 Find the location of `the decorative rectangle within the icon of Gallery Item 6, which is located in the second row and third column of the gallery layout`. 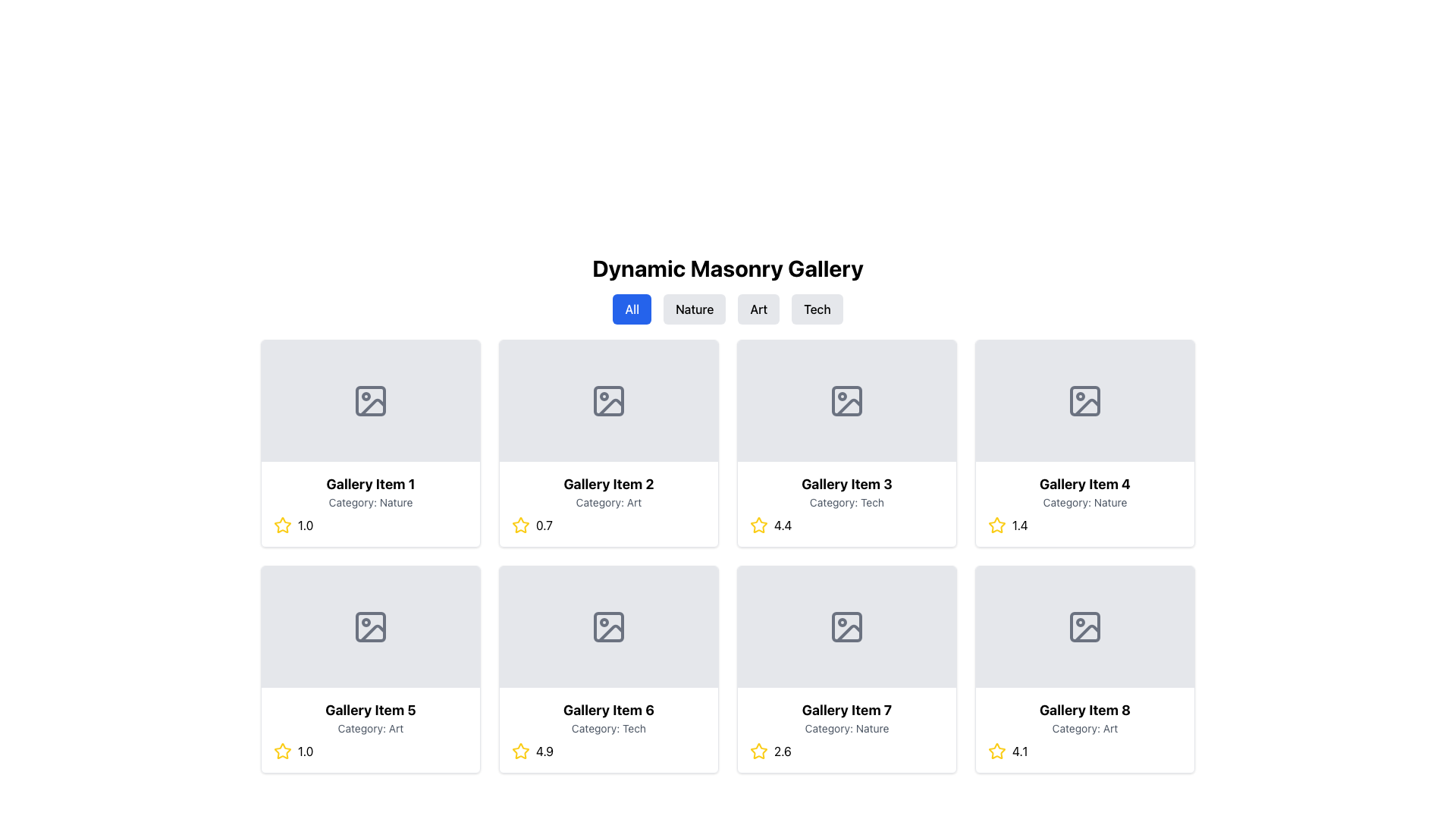

the decorative rectangle within the icon of Gallery Item 6, which is located in the second row and third column of the gallery layout is located at coordinates (608, 626).